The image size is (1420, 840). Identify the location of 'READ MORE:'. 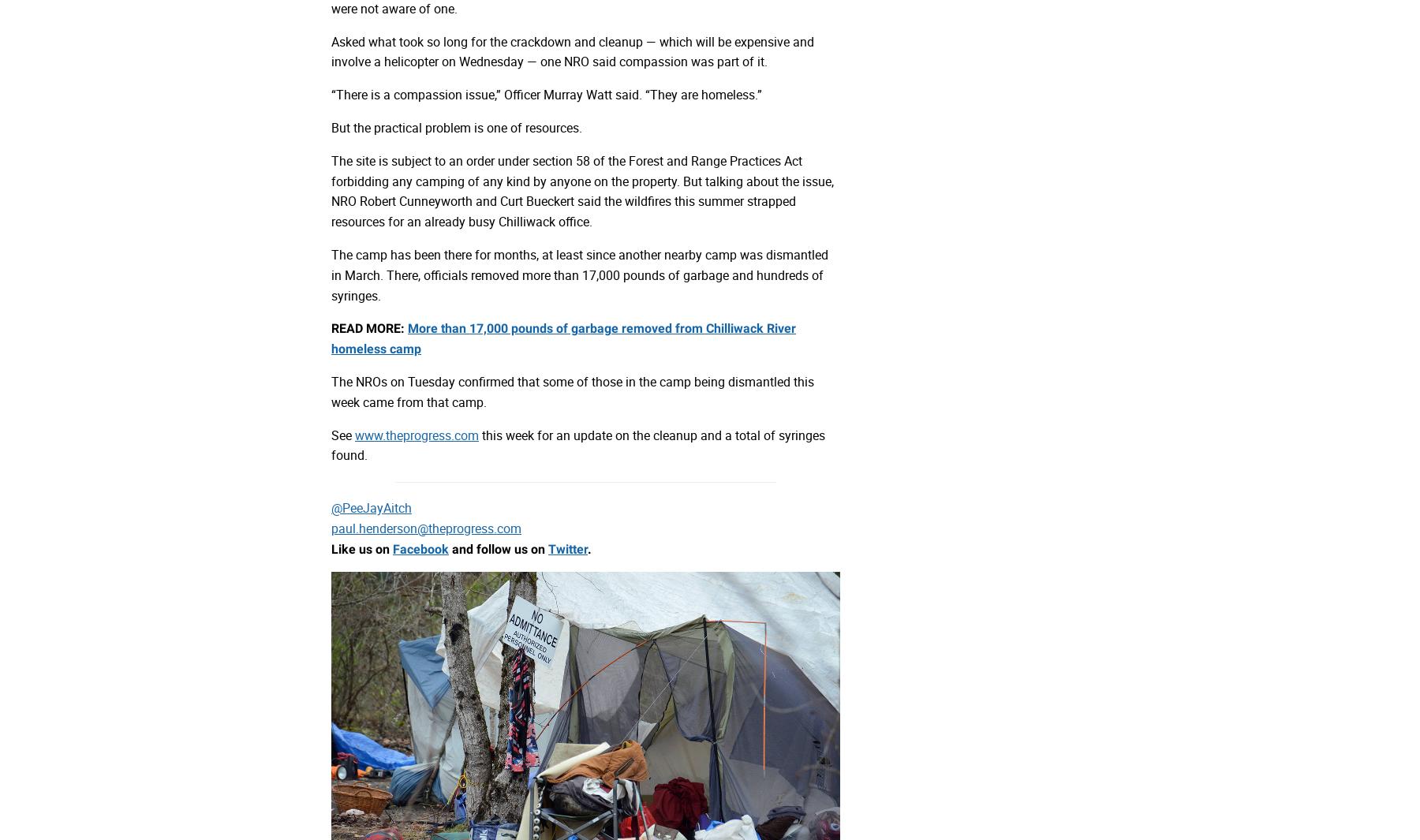
(368, 327).